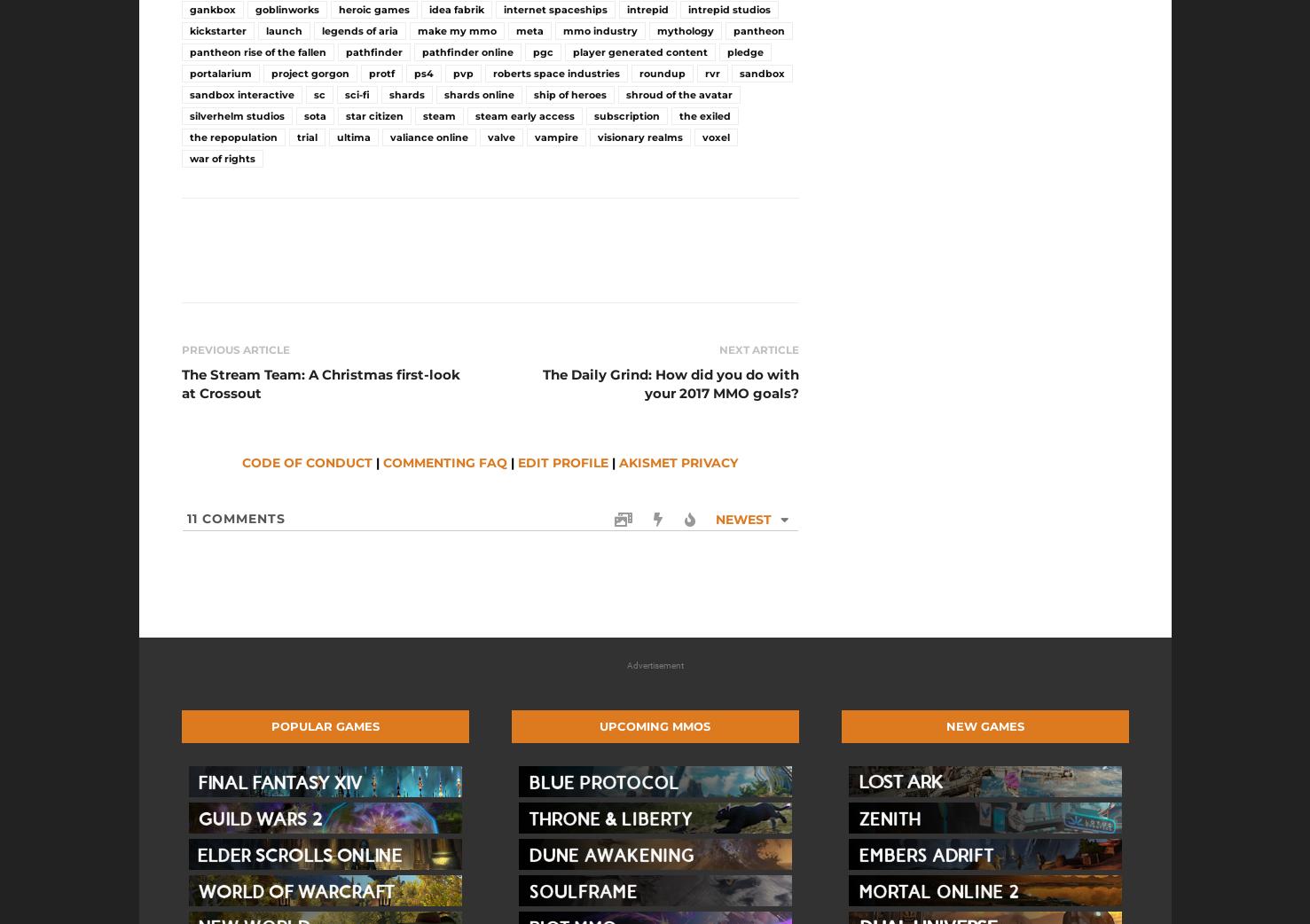 This screenshot has width=1310, height=924. I want to click on 'pgc', so click(541, 51).